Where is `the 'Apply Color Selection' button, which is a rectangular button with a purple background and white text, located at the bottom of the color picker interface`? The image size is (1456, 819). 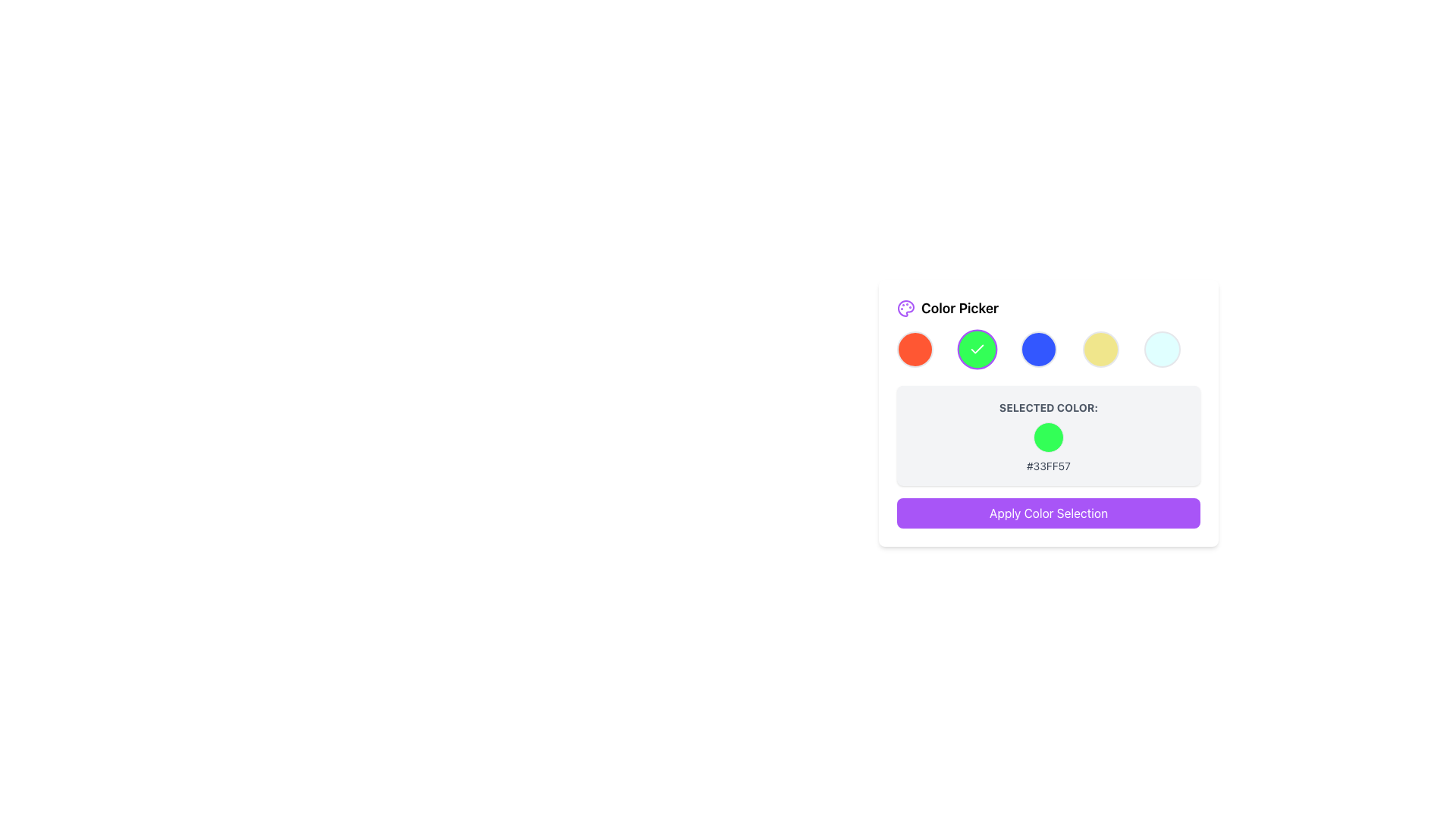 the 'Apply Color Selection' button, which is a rectangular button with a purple background and white text, located at the bottom of the color picker interface is located at coordinates (1047, 513).